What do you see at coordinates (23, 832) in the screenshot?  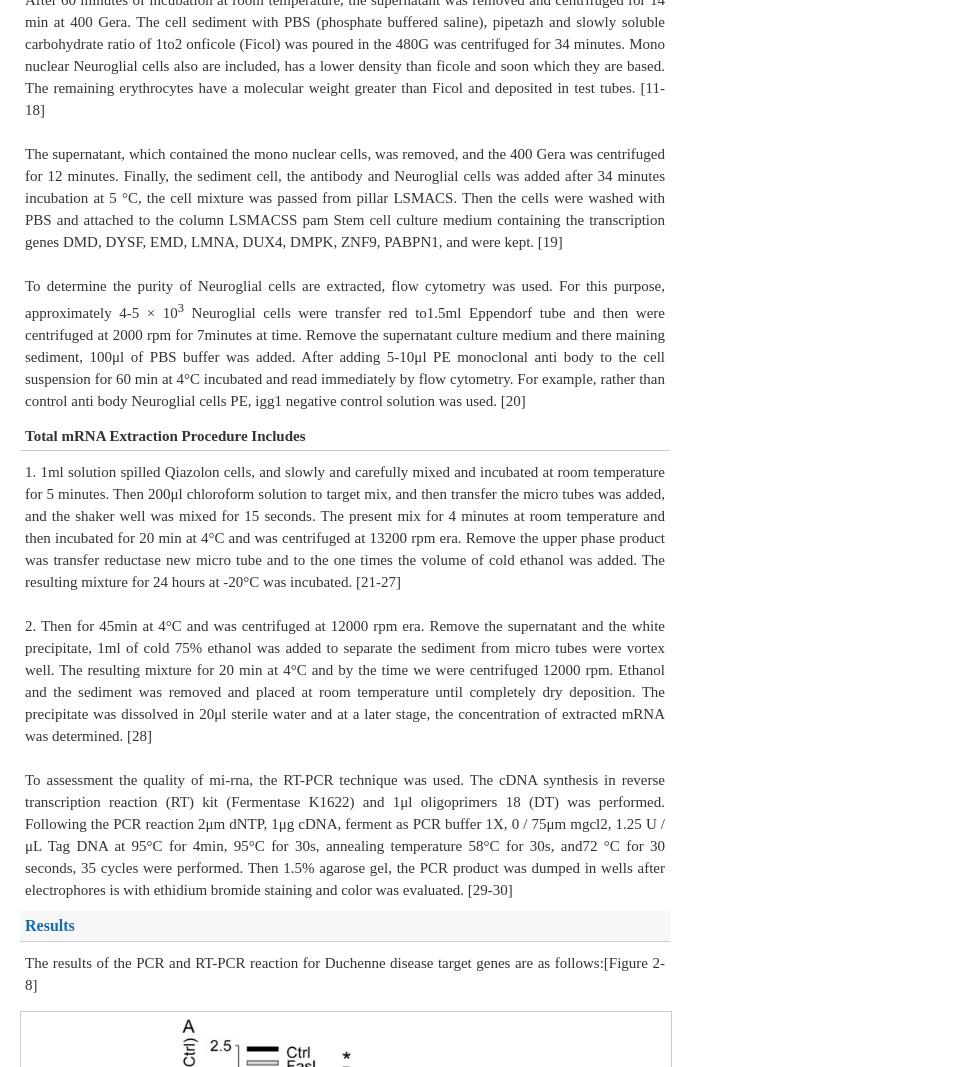 I see `'To assessment the quality of mi-rna, the RT-PCR technique
was used. The cDNA synthesis in reverse transcription reaction
(RT) kit (Fermentase K1622) and 1μl oligoprimers 18 (DT) was
performed. Following the PCR reaction 2μm dNTP, 1μg cDNA,
ferment as PCR buffer 1X, 0 / 75μm mgcl2, 1.25 U / μL Tag DNA
at 95°C for 4min, 95°C for 30s, annealing temperature 58°C for
30s, and72 °C for 30 seconds, 35 cycles were performed. Then
1.5% agarose gel, the PCR product was dumped in wells after
electrophores is with ethidium bromide staining and color was
evaluated. [29-30]'` at bounding box center [23, 832].